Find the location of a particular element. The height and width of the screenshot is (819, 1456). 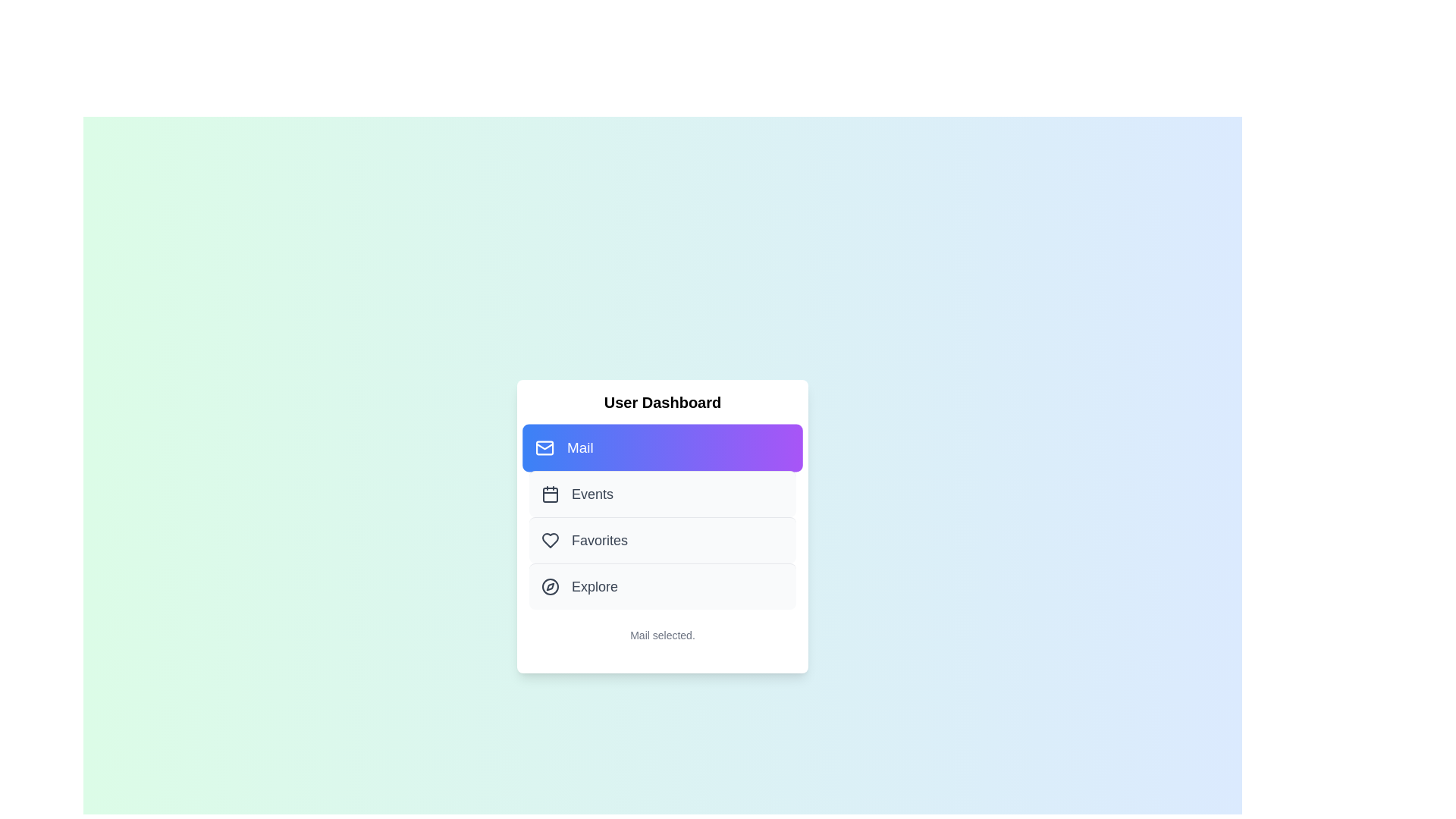

the menu option labeled Explore is located at coordinates (662, 585).